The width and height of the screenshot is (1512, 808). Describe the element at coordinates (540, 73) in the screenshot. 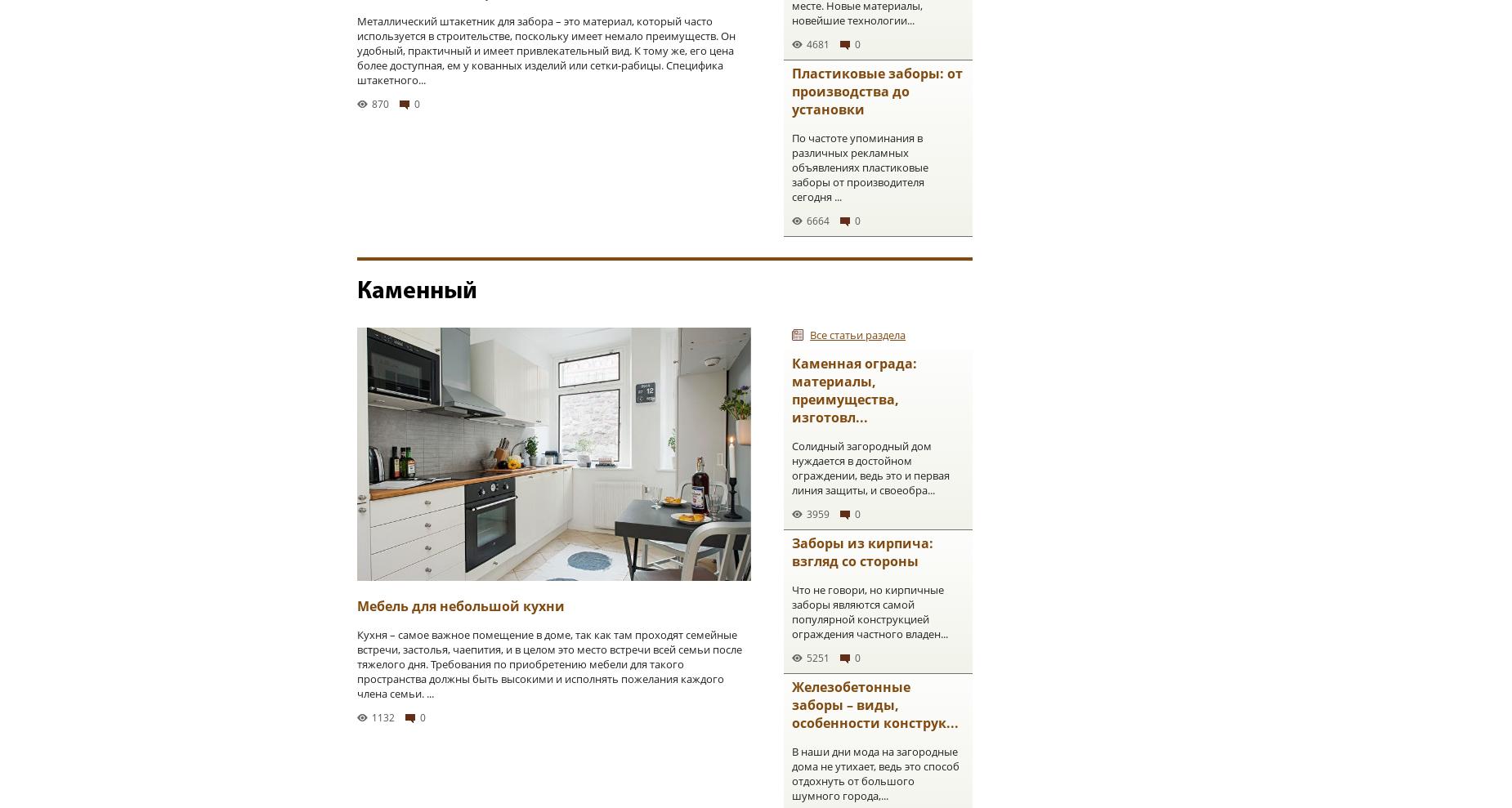

I see `'Специфика штакетного...'` at that location.